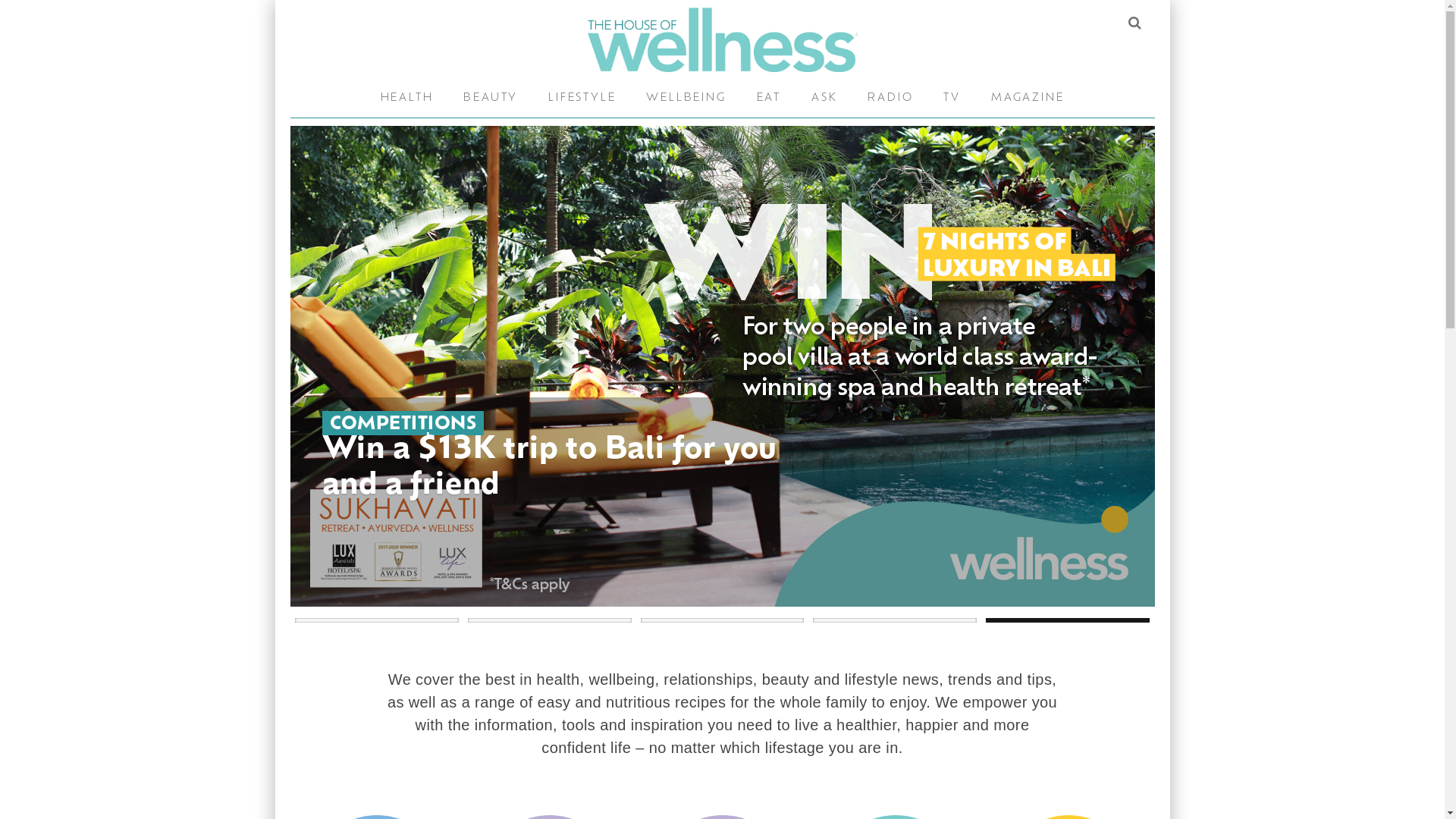 This screenshot has width=1456, height=819. Describe the element at coordinates (407, 99) in the screenshot. I see `'HEALTH'` at that location.